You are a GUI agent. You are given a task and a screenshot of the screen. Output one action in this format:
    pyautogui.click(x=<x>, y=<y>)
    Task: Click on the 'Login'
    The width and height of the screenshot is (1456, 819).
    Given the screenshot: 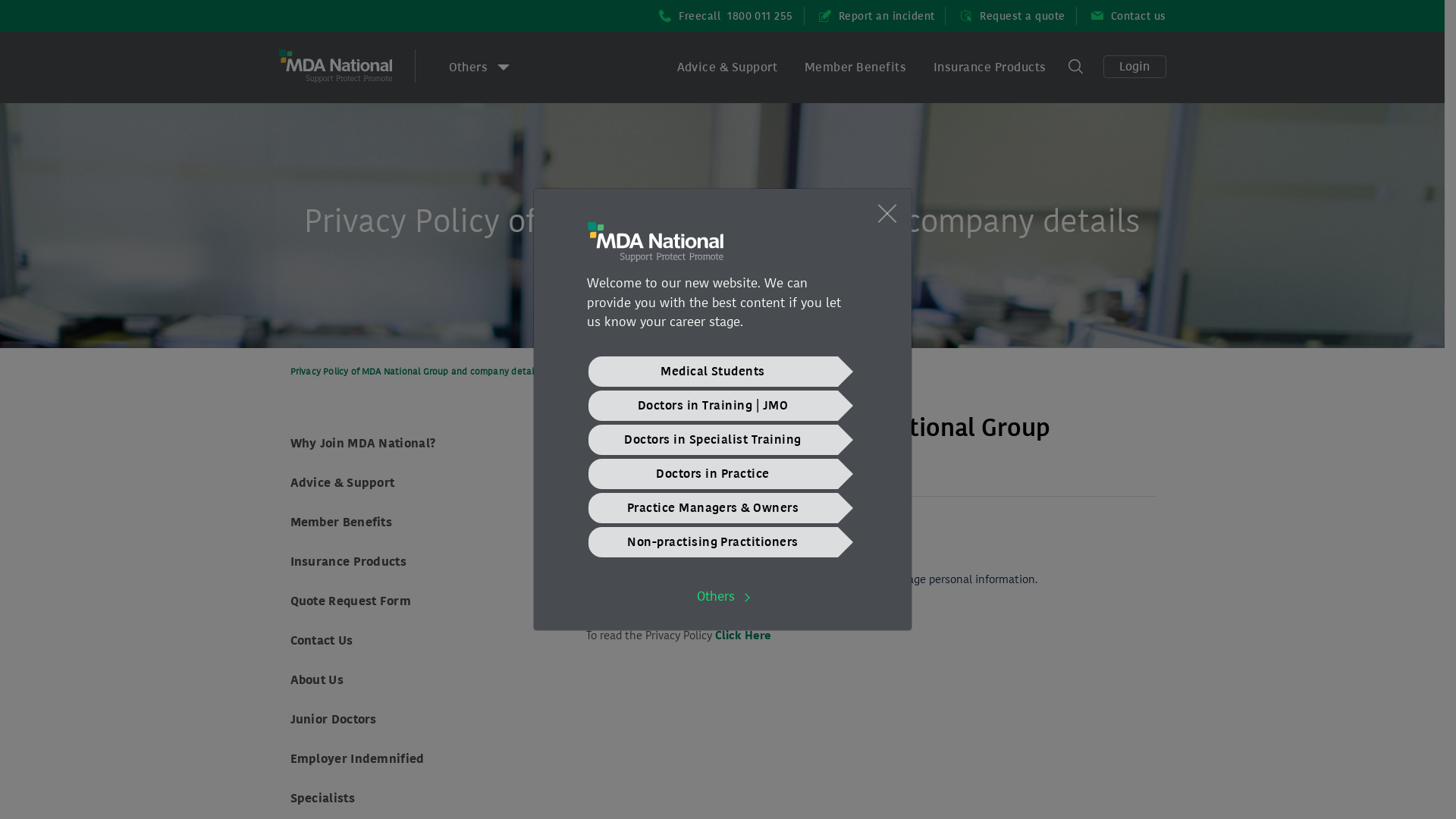 What is the action you would take?
    pyautogui.click(x=1103, y=67)
    